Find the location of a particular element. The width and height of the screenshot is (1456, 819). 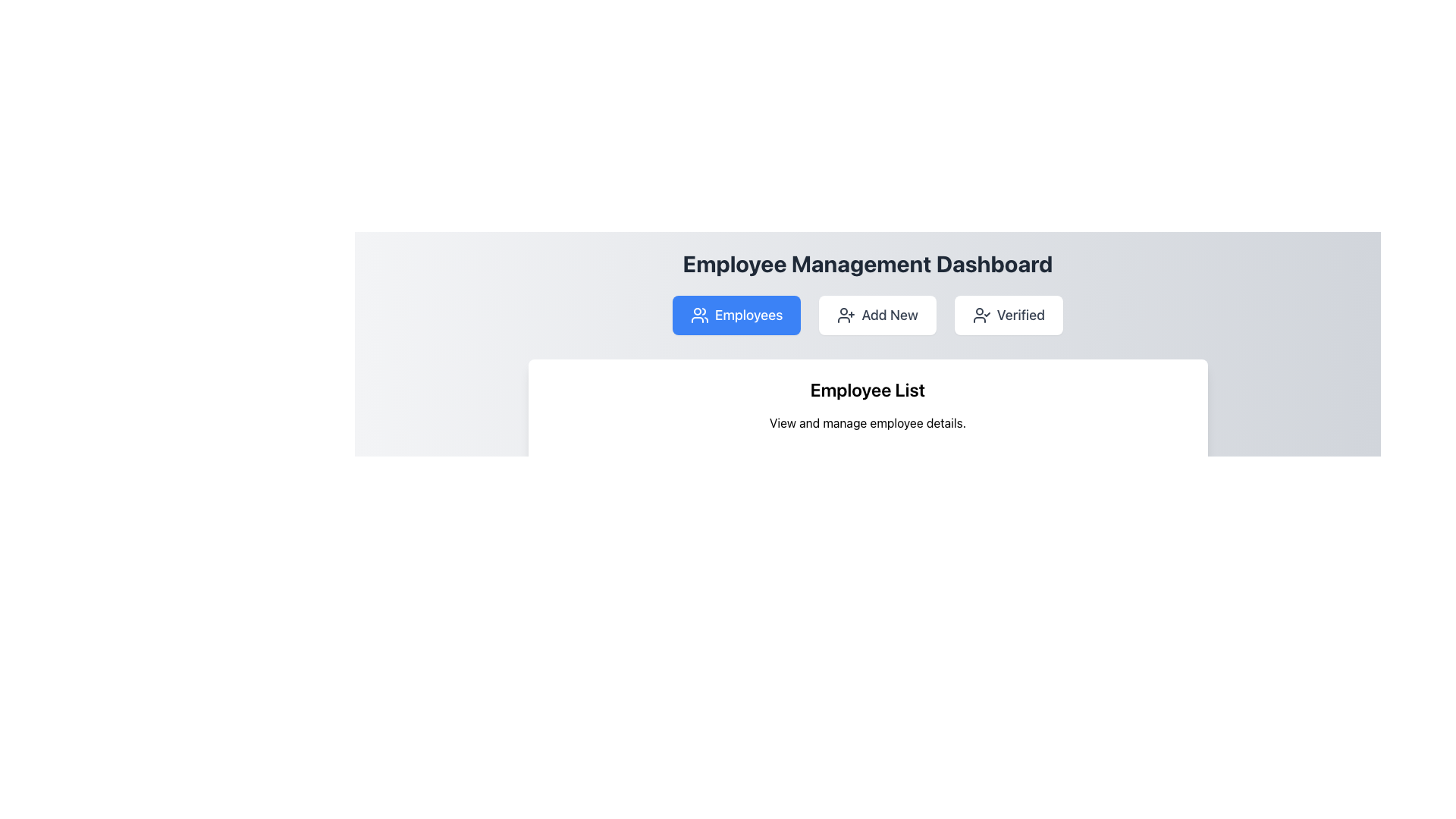

the 'Employees' icon (SVG) located within the blue button in the top left section of the navigation bar to trigger the tooltip or visual effect is located at coordinates (699, 315).